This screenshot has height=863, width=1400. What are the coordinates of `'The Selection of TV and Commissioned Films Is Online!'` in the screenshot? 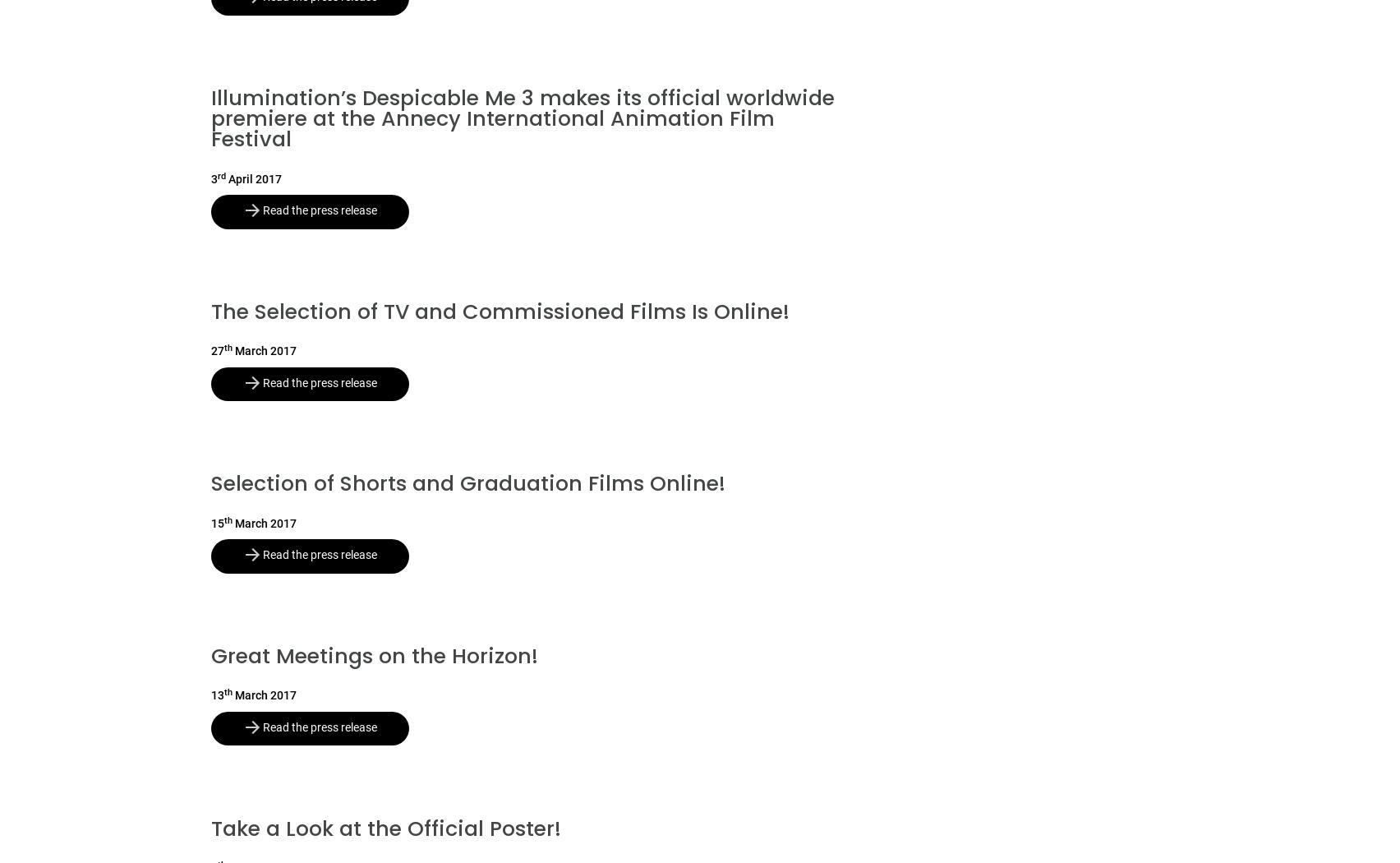 It's located at (500, 311).